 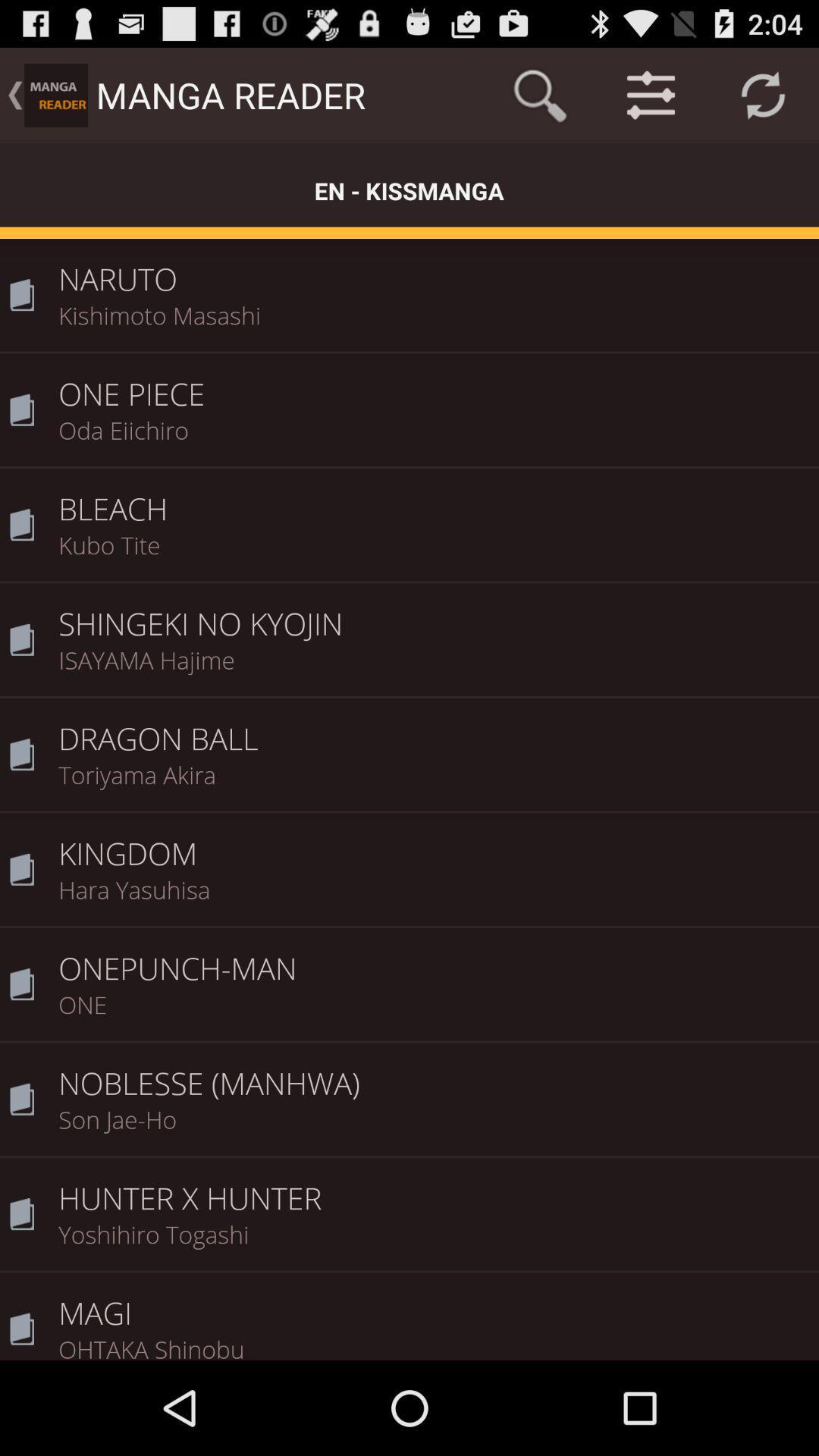 What do you see at coordinates (433, 268) in the screenshot?
I see `app below the en - kissmanga item` at bounding box center [433, 268].